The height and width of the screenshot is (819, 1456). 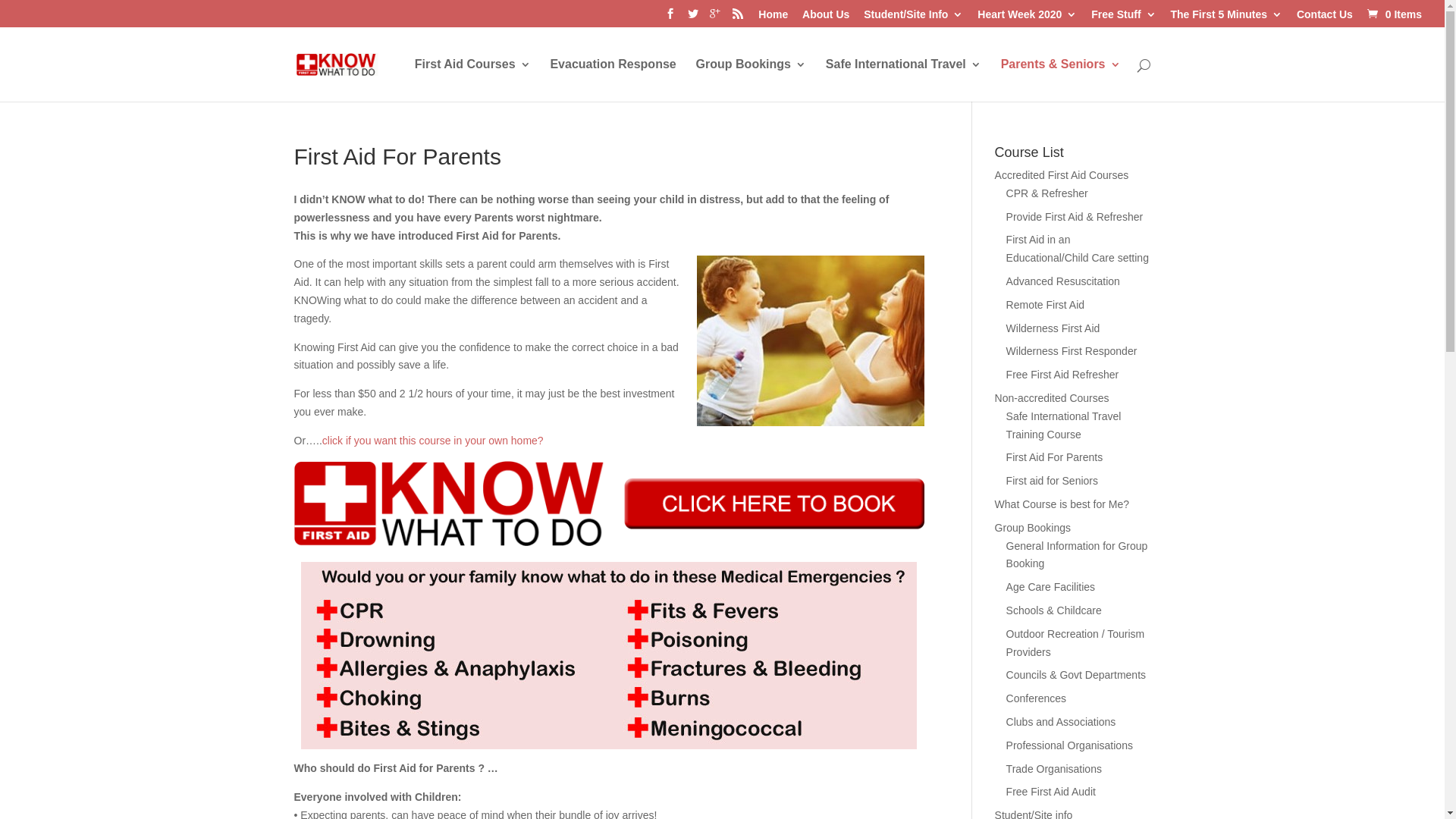 What do you see at coordinates (1075, 643) in the screenshot?
I see `'Outdoor Recreation / Tourism Providers'` at bounding box center [1075, 643].